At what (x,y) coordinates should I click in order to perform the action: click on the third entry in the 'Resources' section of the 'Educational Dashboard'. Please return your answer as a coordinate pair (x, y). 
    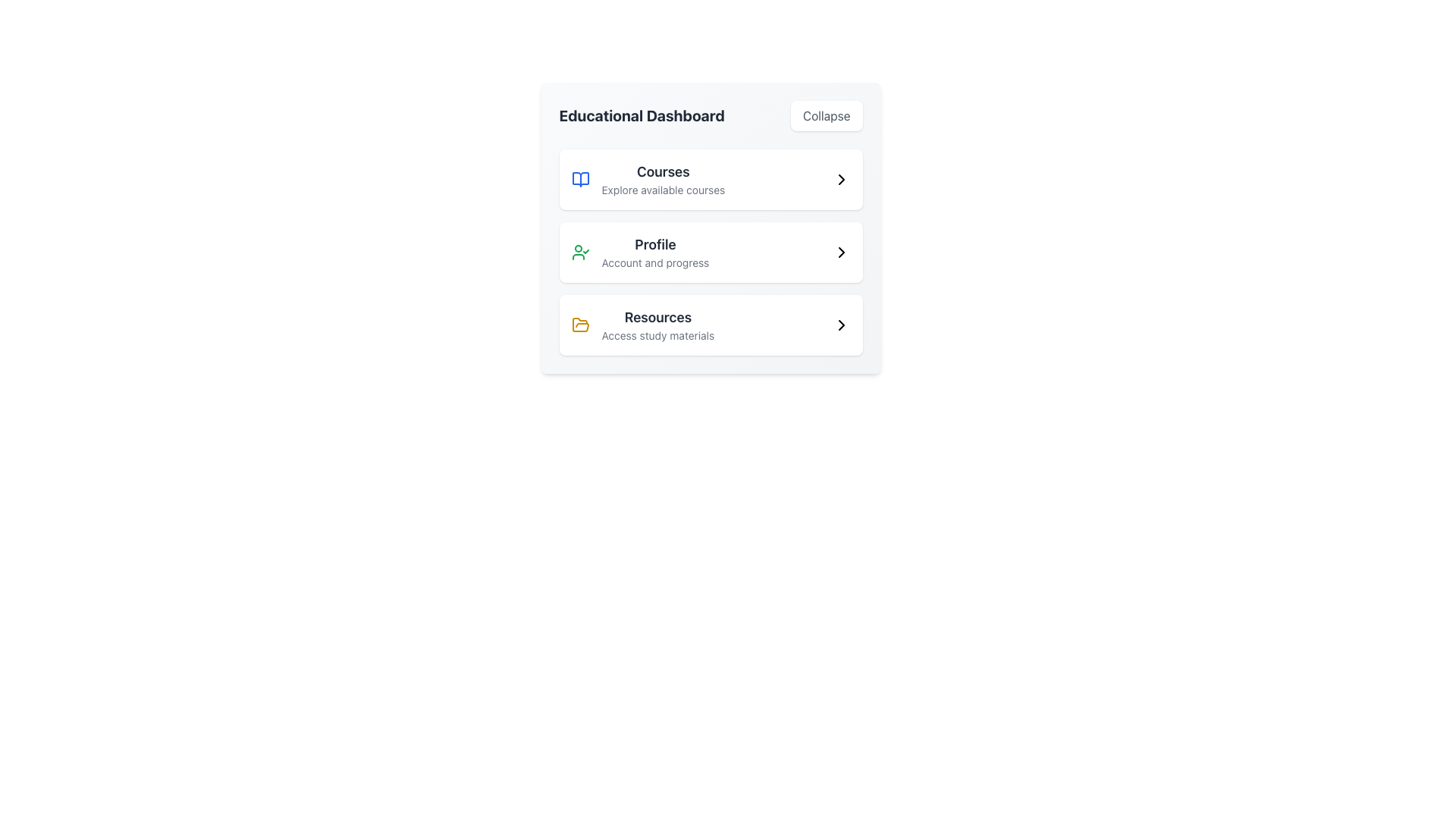
    Looking at the image, I should click on (710, 324).